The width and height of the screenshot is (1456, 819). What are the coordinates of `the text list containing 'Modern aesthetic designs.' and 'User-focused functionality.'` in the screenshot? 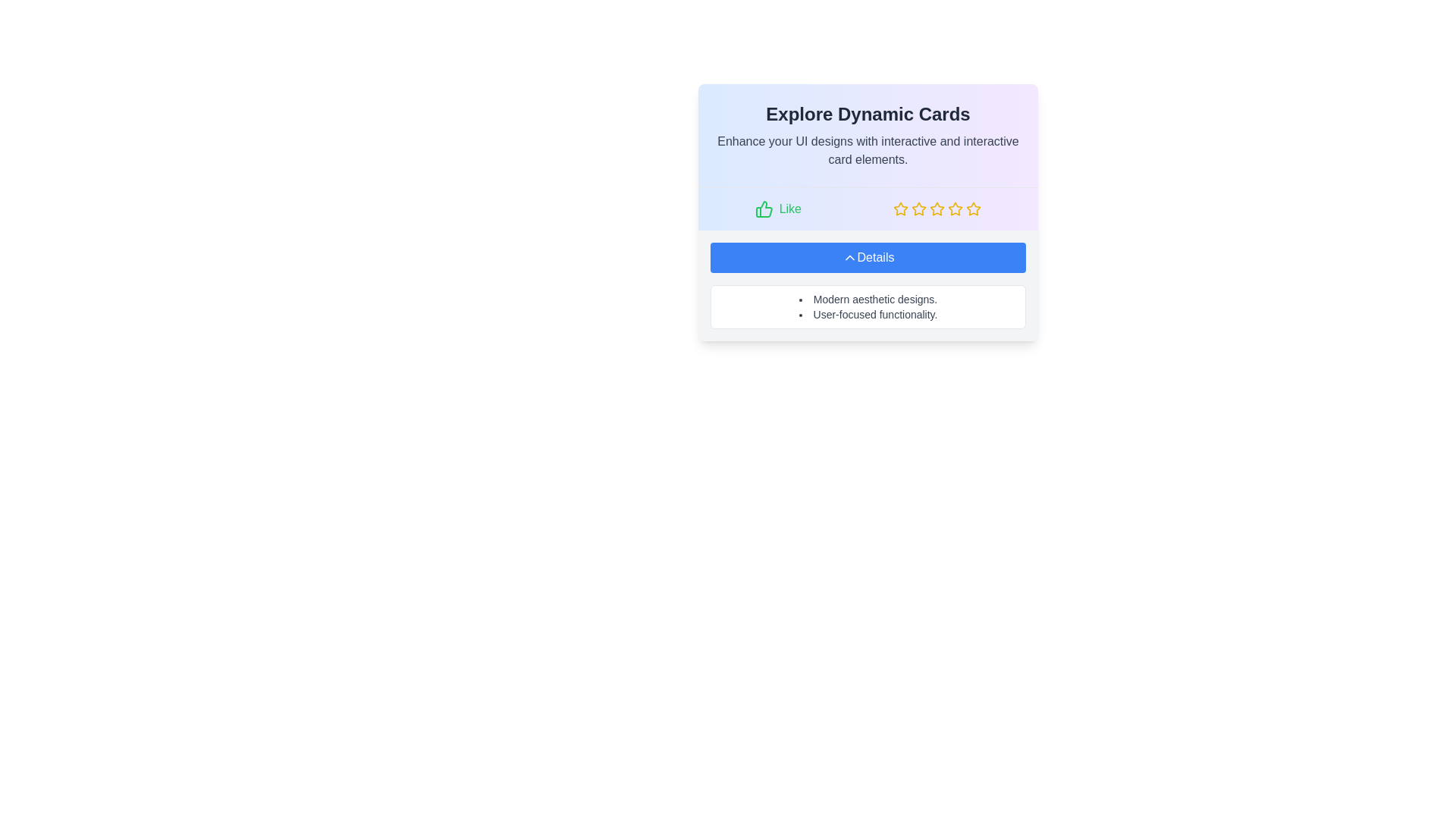 It's located at (868, 307).